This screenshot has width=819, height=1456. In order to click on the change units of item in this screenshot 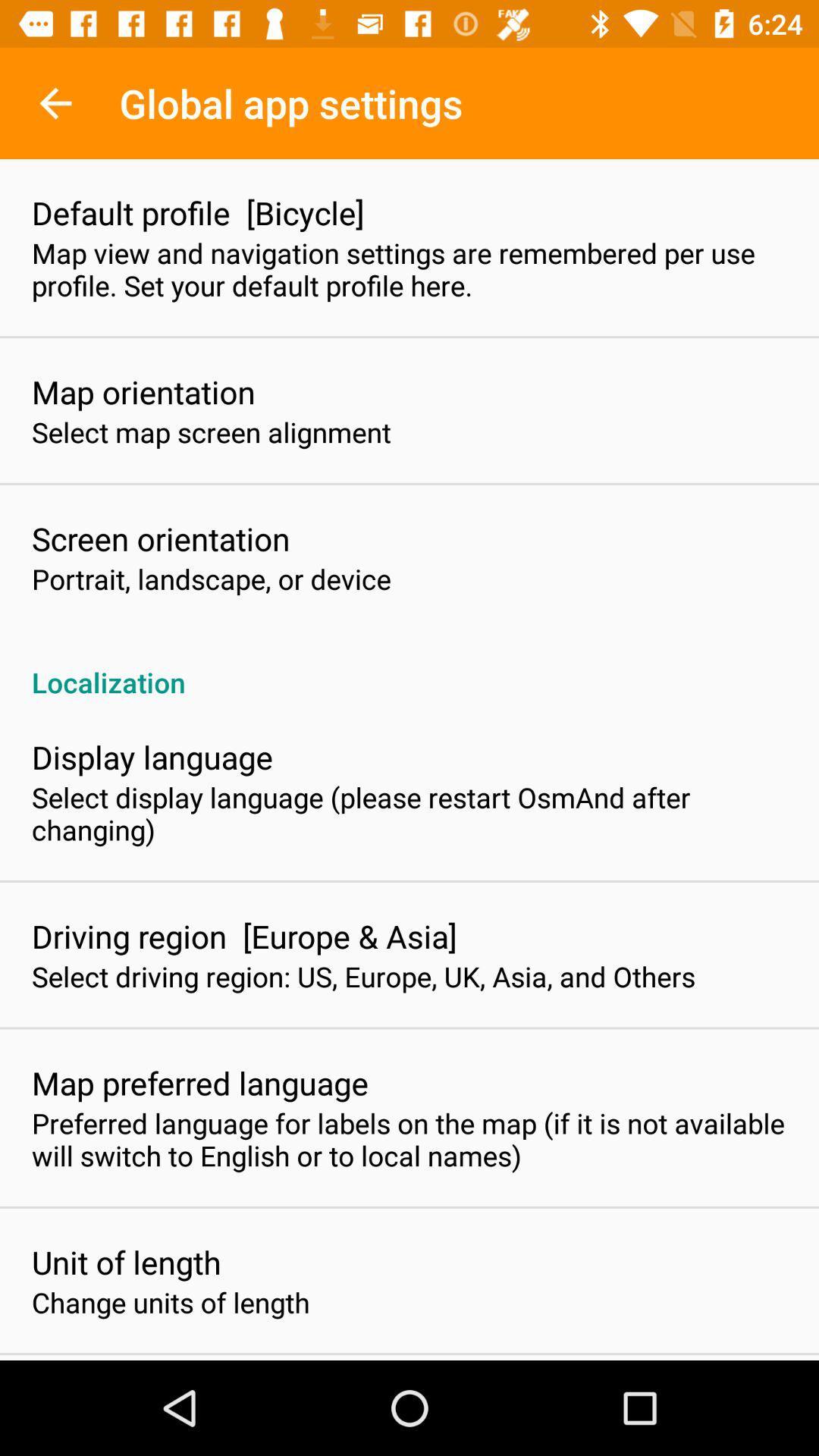, I will do `click(171, 1301)`.